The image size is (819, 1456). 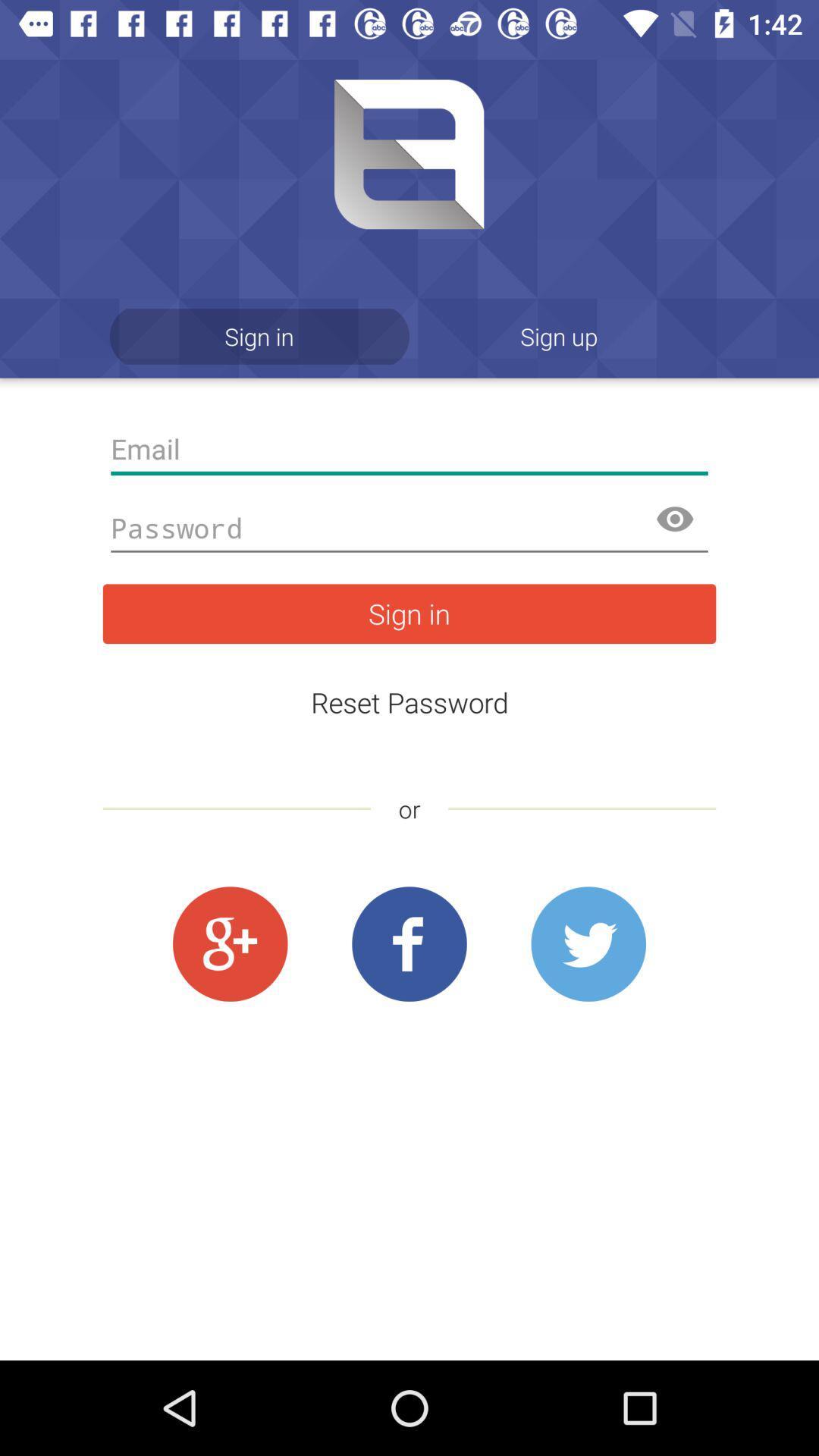 I want to click on the button next to sign in, so click(x=559, y=335).